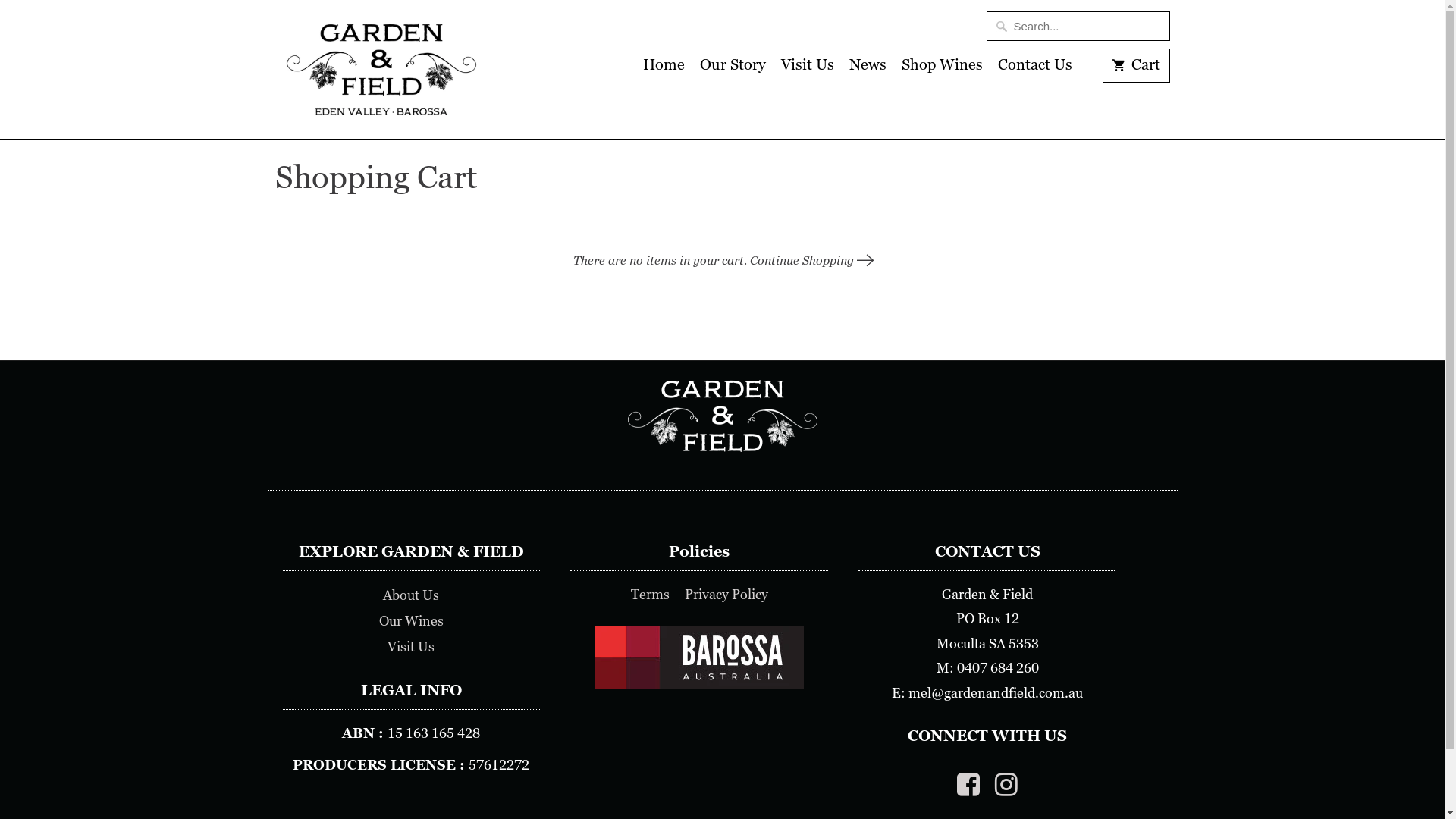 The image size is (1456, 819). I want to click on 'News', so click(868, 69).